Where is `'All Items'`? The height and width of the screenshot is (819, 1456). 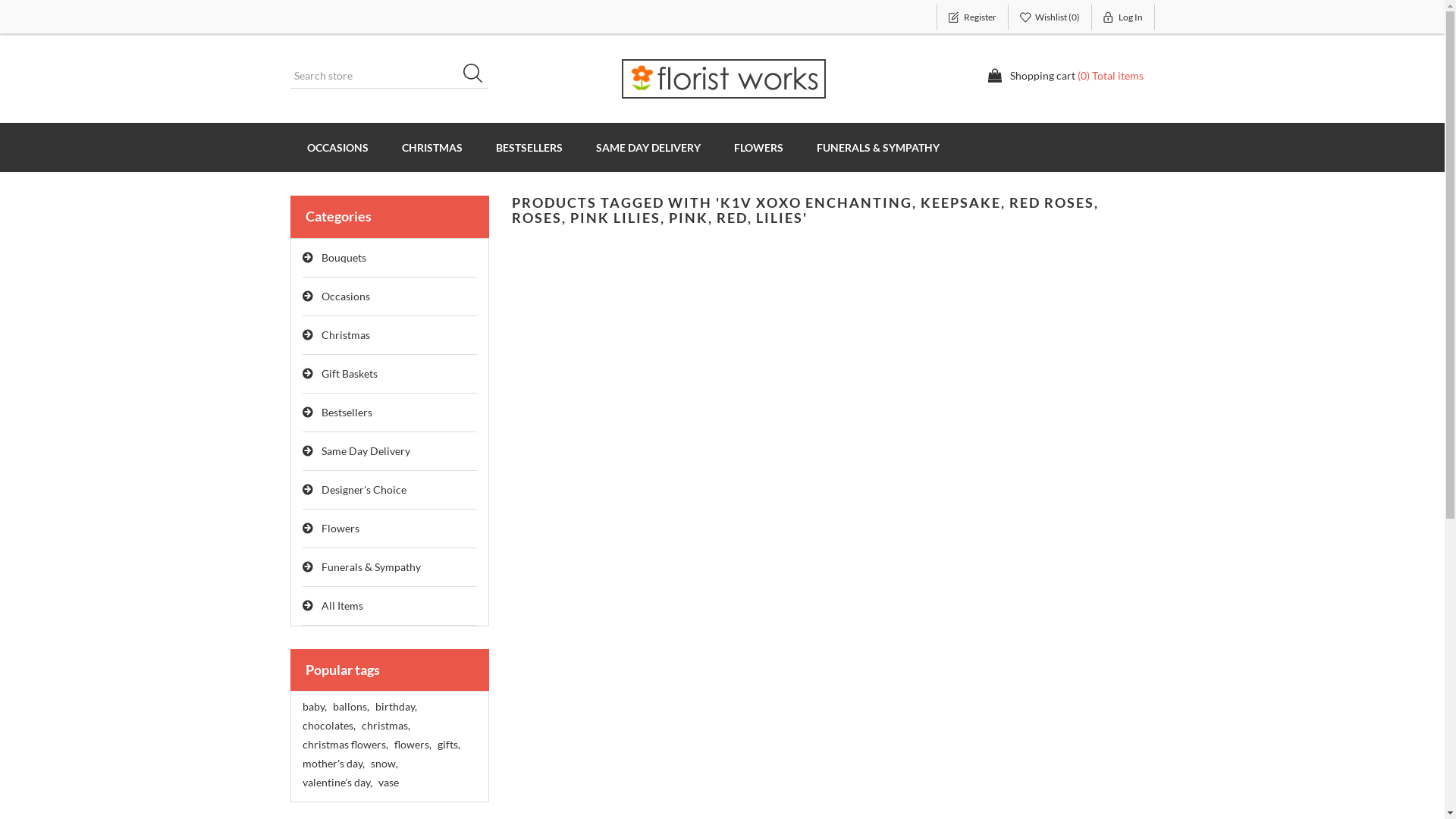 'All Items' is located at coordinates (302, 605).